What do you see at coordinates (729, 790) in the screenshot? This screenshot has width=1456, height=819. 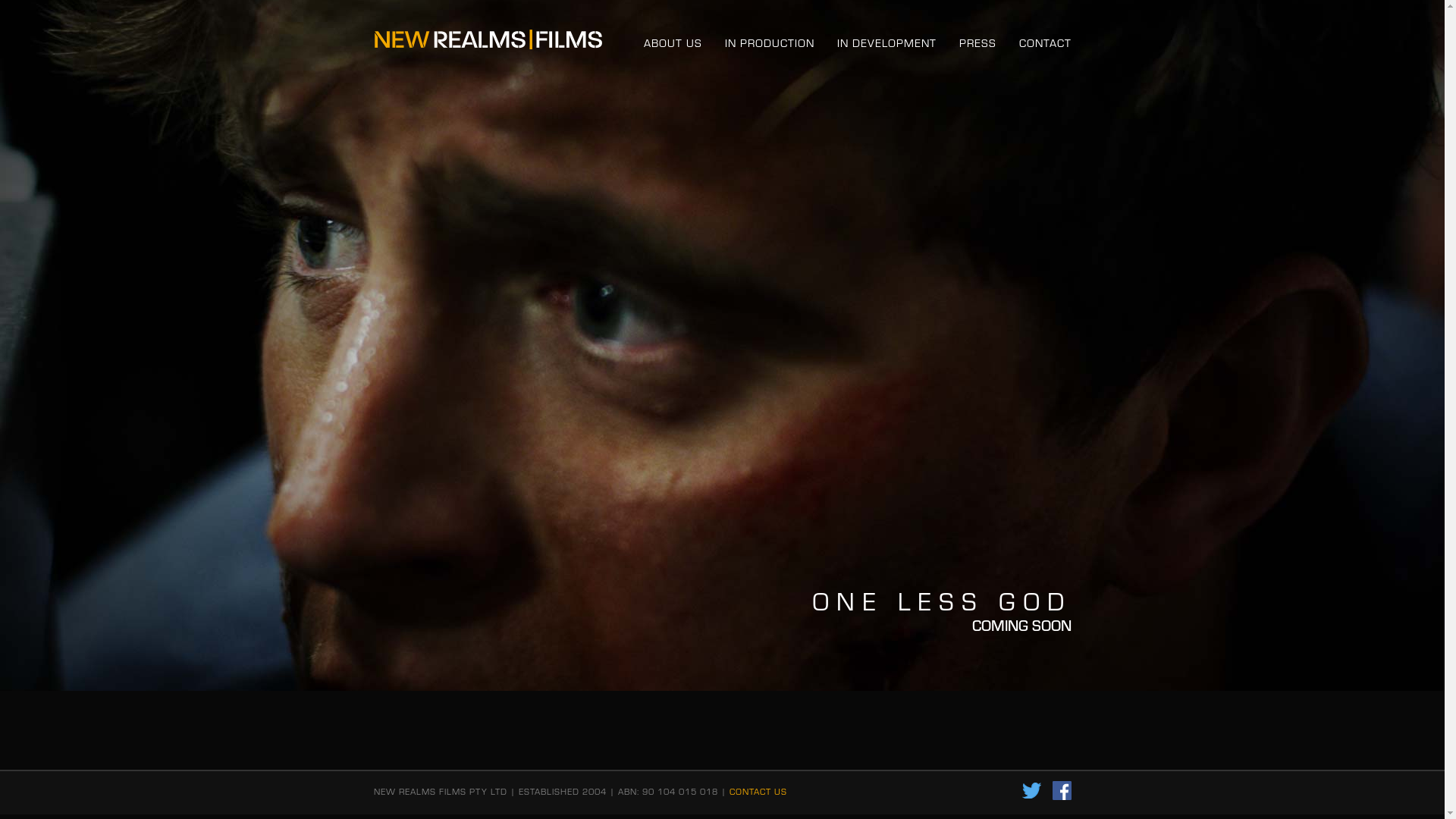 I see `'CONTACT US'` at bounding box center [729, 790].